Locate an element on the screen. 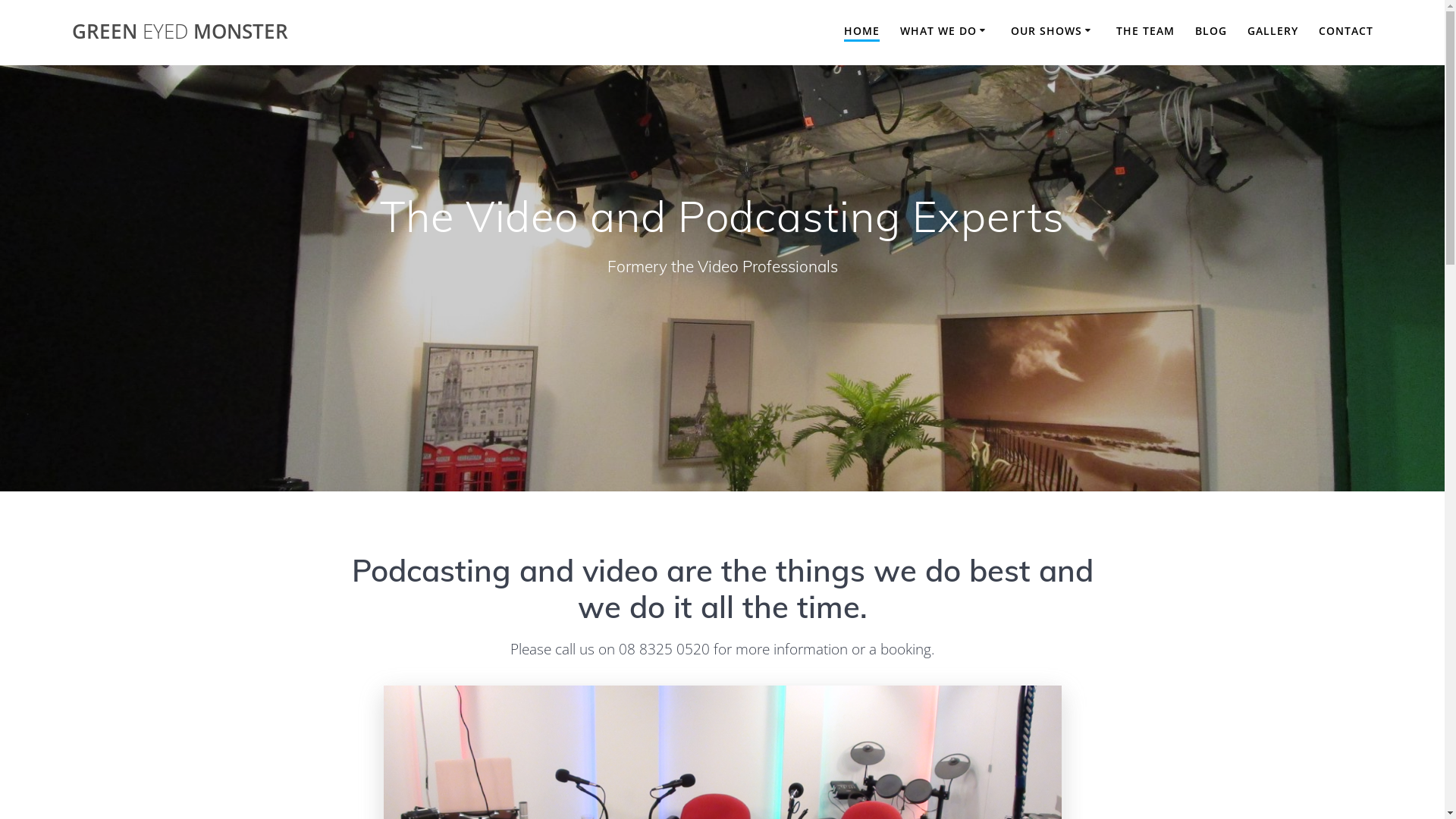 The image size is (1456, 819). 'OUR SHOWS' is located at coordinates (1052, 32).